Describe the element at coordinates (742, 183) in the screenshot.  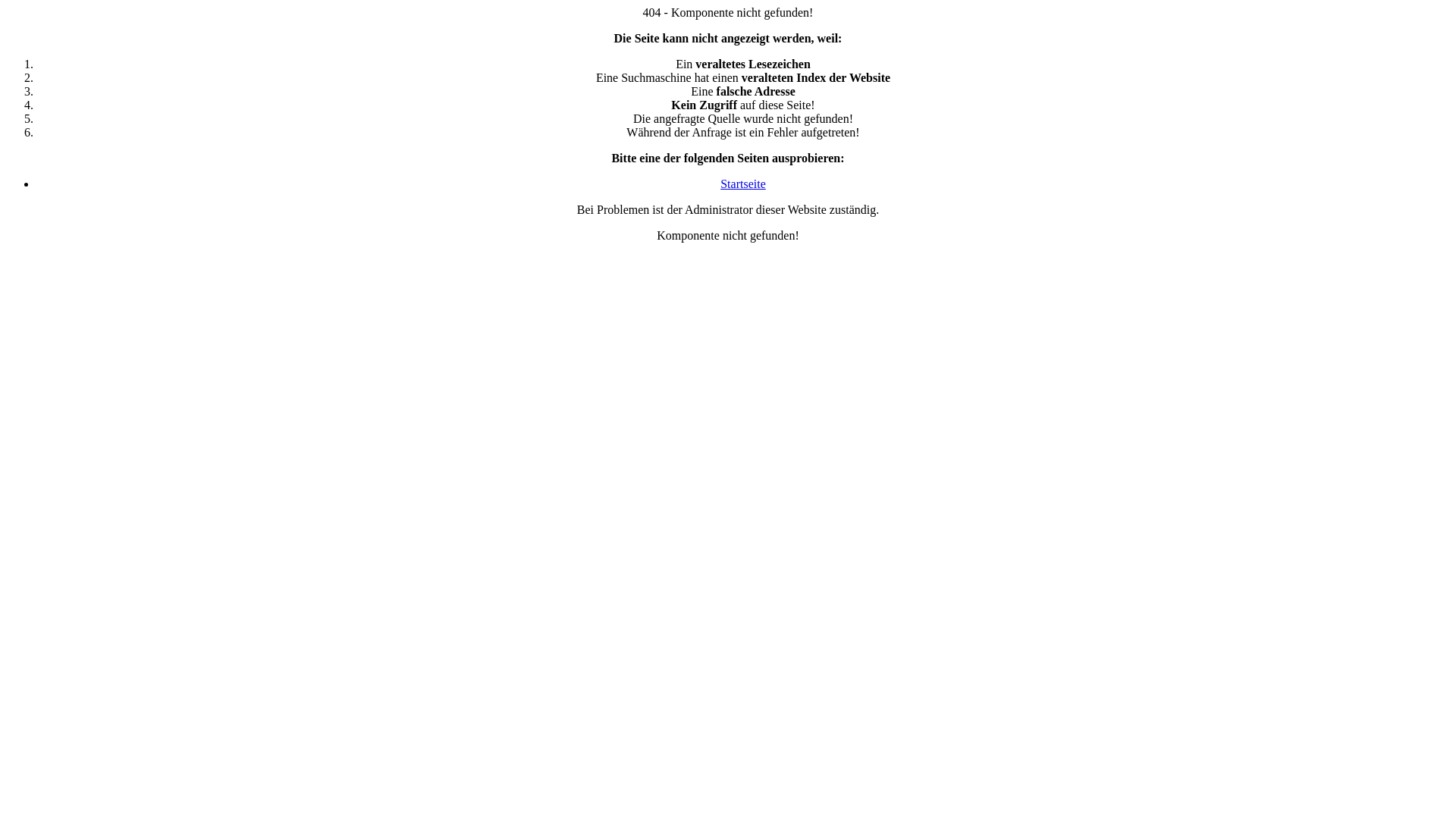
I see `'Startseite'` at that location.